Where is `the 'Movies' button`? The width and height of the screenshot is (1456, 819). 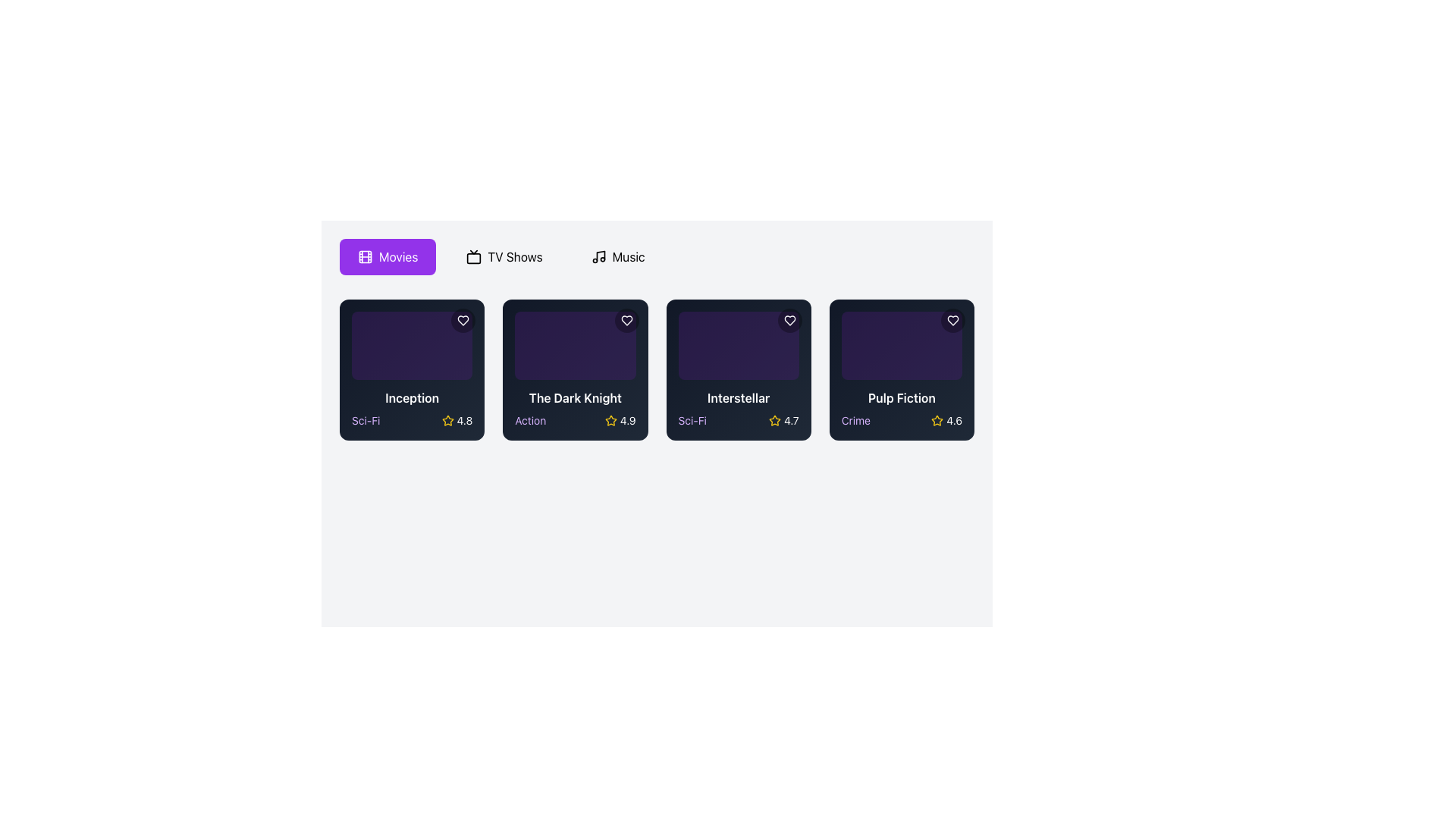
the 'Movies' button is located at coordinates (388, 256).